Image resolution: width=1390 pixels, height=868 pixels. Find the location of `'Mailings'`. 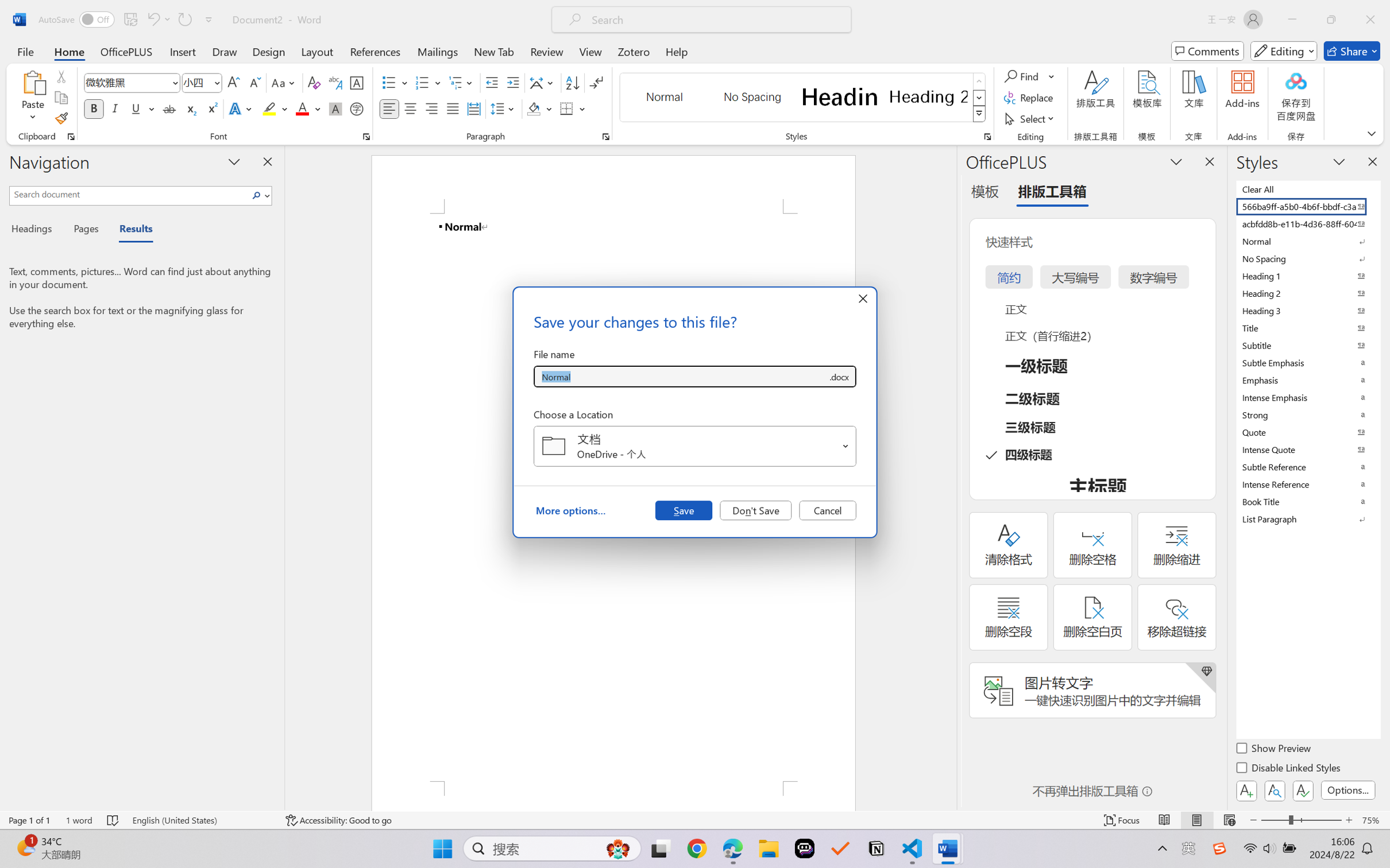

'Mailings' is located at coordinates (438, 51).